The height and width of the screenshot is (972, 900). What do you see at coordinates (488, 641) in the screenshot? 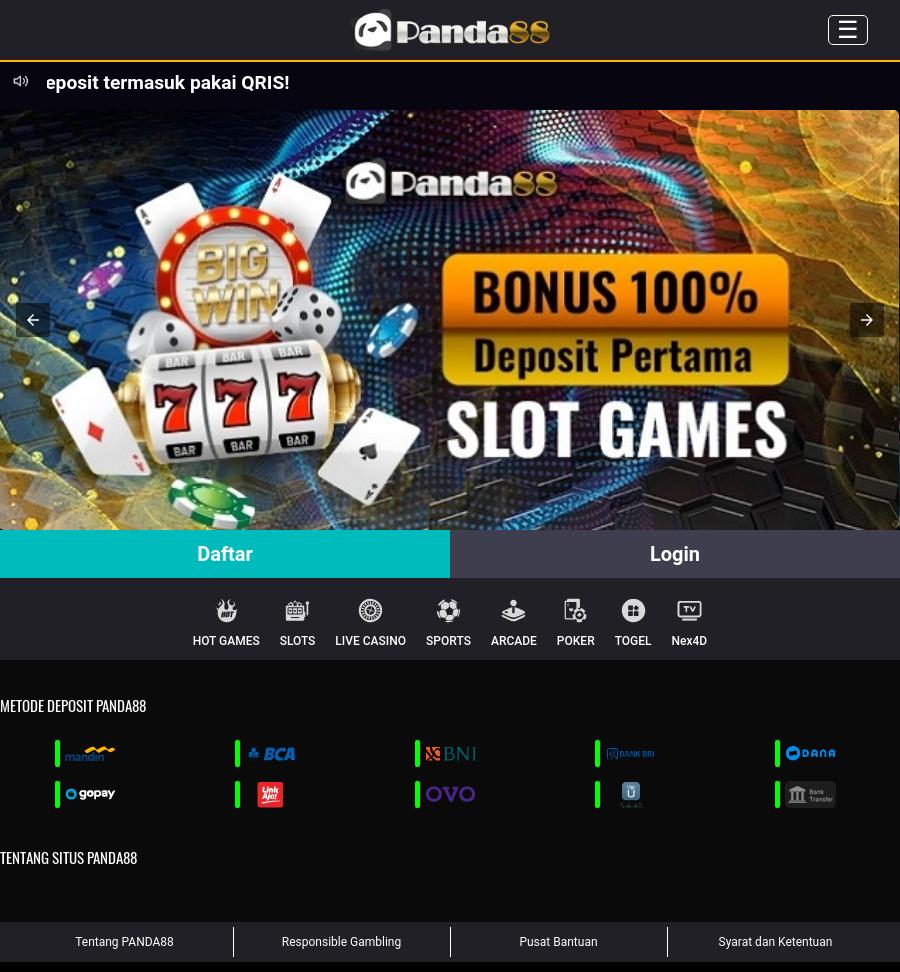
I see `'ARCADE'` at bounding box center [488, 641].